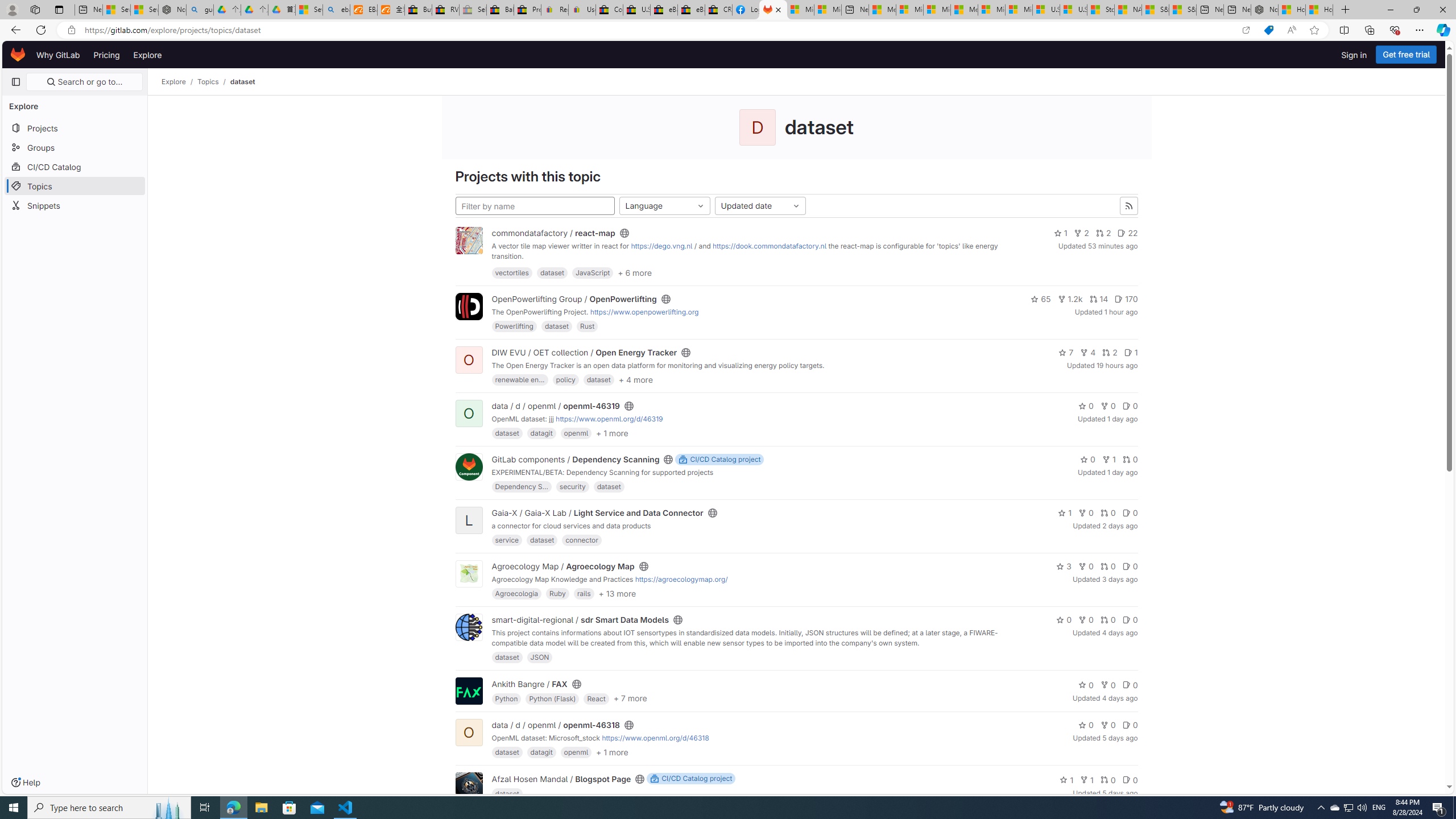 This screenshot has width=1456, height=819. Describe the element at coordinates (35, 9) in the screenshot. I see `'Workspaces'` at that location.